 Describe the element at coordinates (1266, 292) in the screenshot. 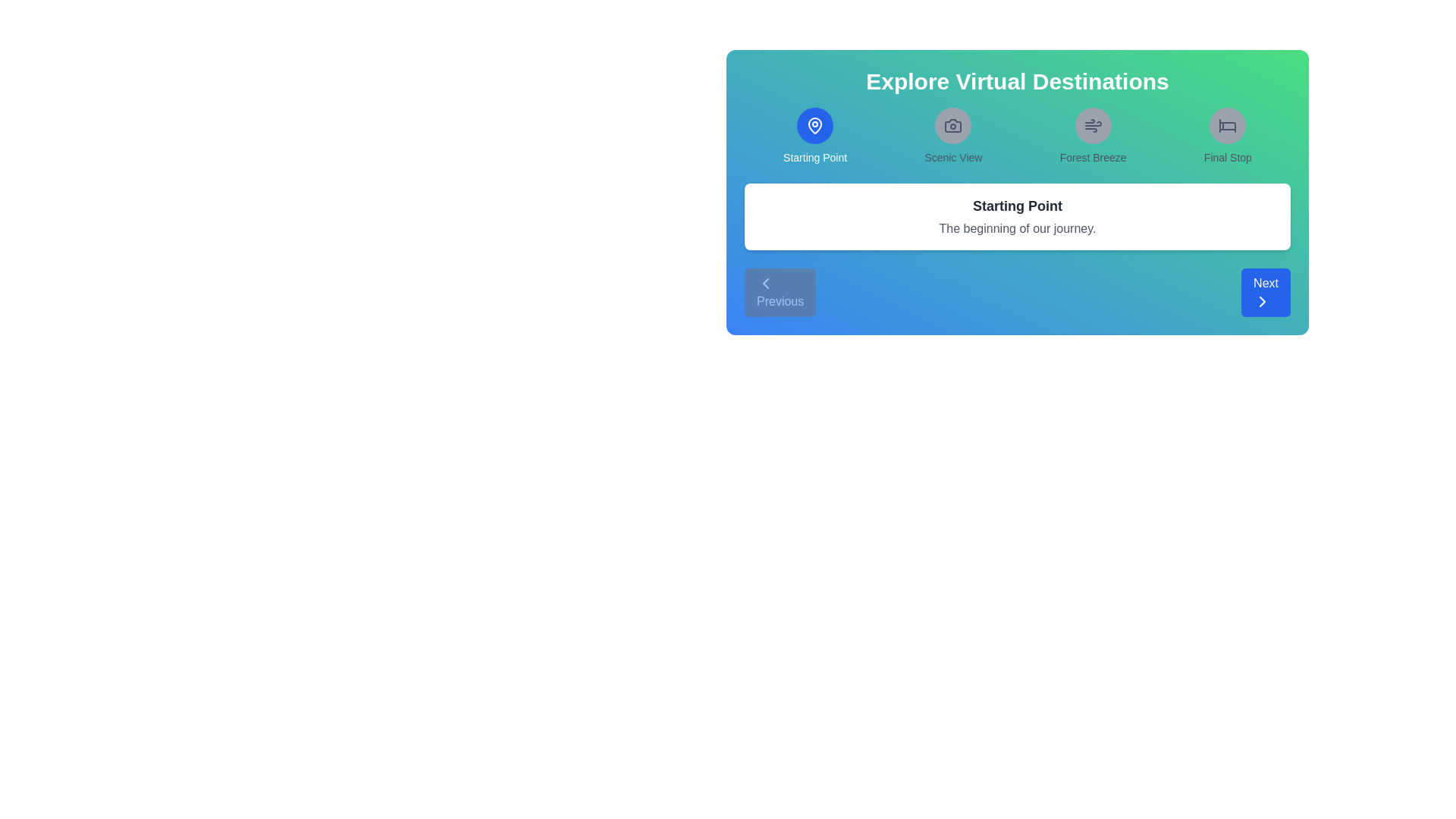

I see `'Next' button to navigate to the next location` at that location.